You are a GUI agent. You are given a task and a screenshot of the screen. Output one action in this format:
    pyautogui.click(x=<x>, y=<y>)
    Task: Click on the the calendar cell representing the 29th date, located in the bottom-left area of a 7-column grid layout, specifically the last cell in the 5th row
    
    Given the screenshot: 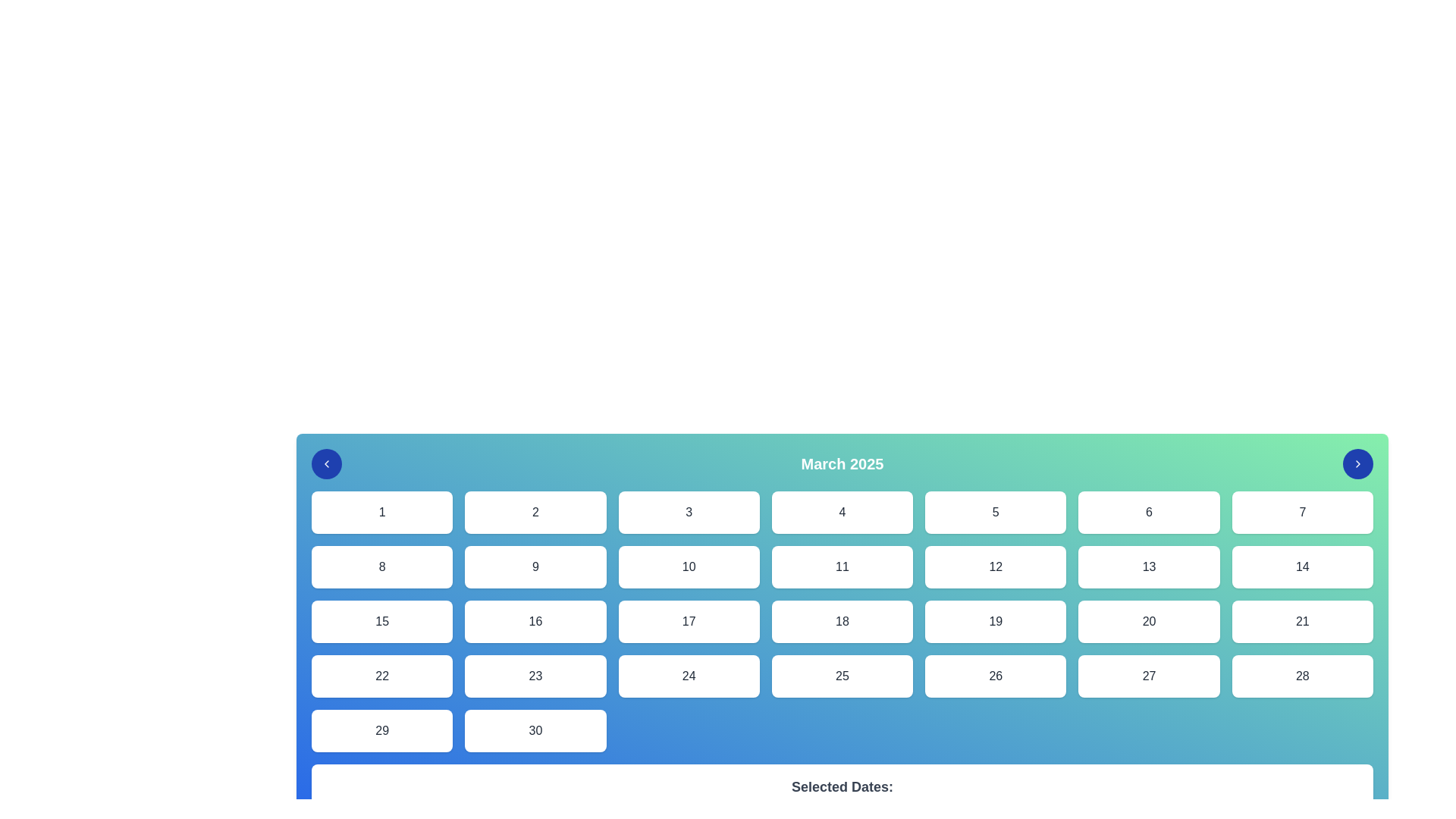 What is the action you would take?
    pyautogui.click(x=382, y=730)
    